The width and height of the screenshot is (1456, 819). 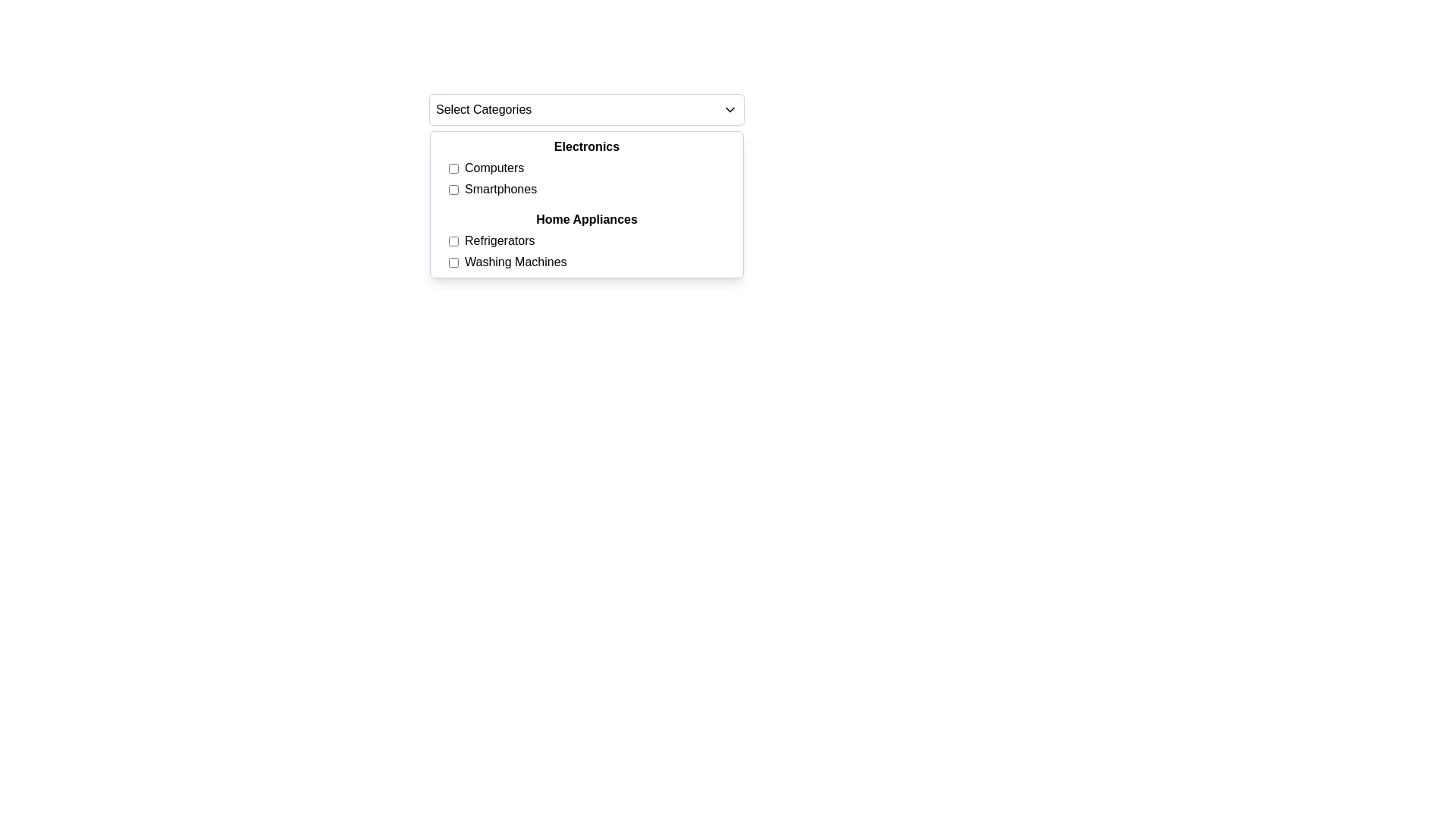 I want to click on the dropdown selection box labeled 'Select Categories', so click(x=585, y=109).